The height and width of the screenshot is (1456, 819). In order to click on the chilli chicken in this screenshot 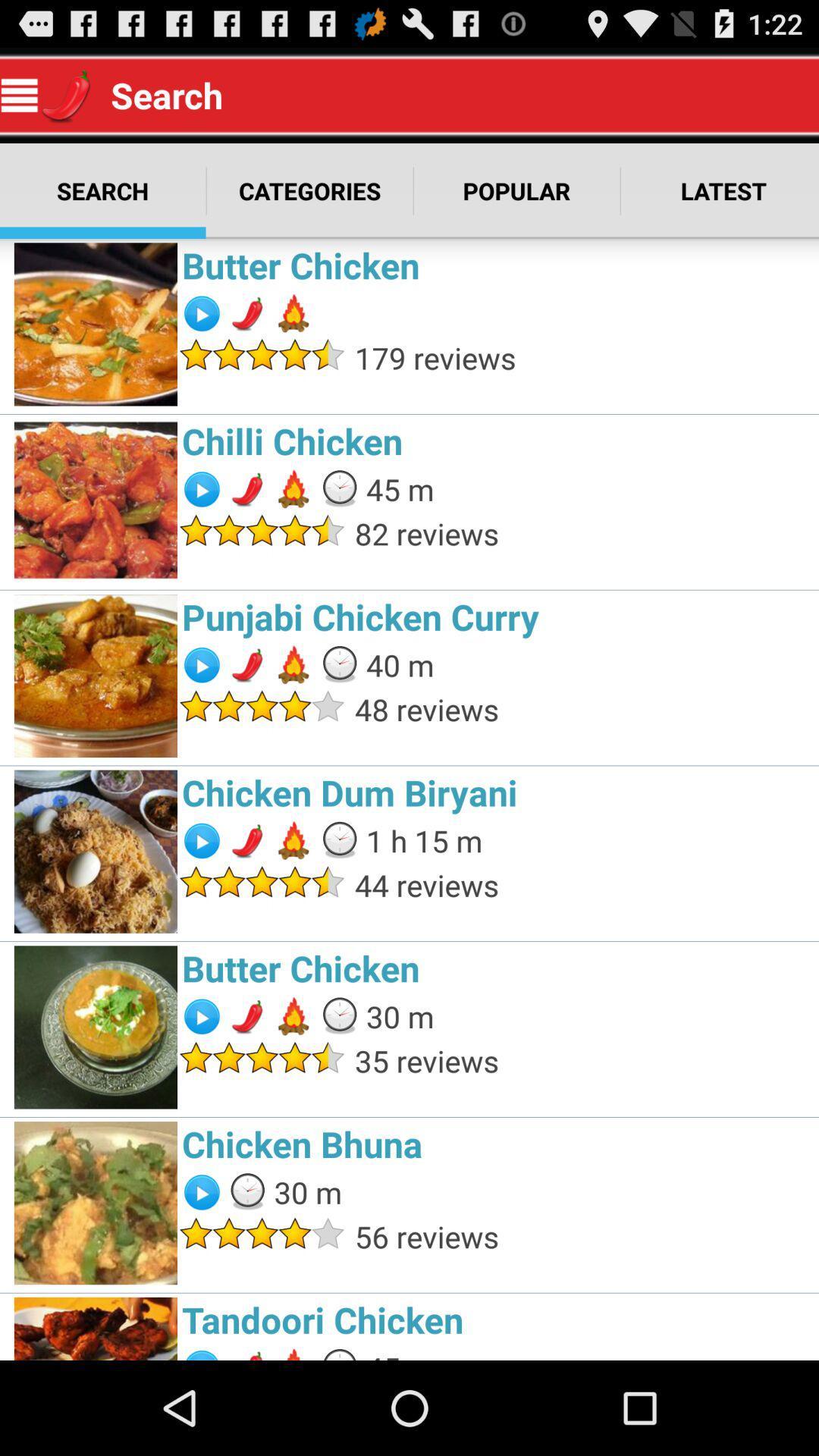, I will do `click(496, 440)`.